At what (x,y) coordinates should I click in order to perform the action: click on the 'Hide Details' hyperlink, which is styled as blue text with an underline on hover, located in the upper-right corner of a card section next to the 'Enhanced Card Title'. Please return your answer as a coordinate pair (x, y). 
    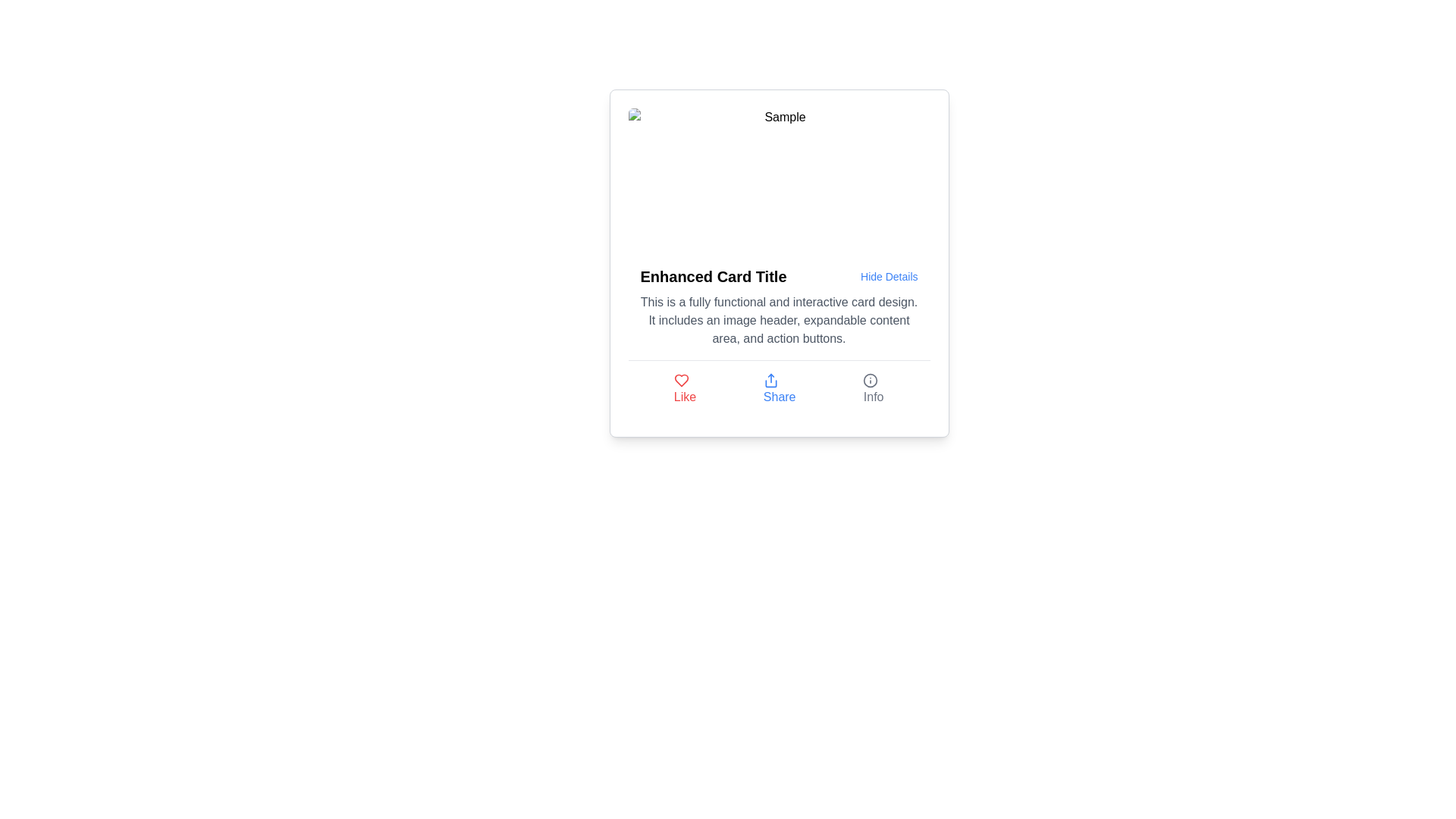
    Looking at the image, I should click on (889, 277).